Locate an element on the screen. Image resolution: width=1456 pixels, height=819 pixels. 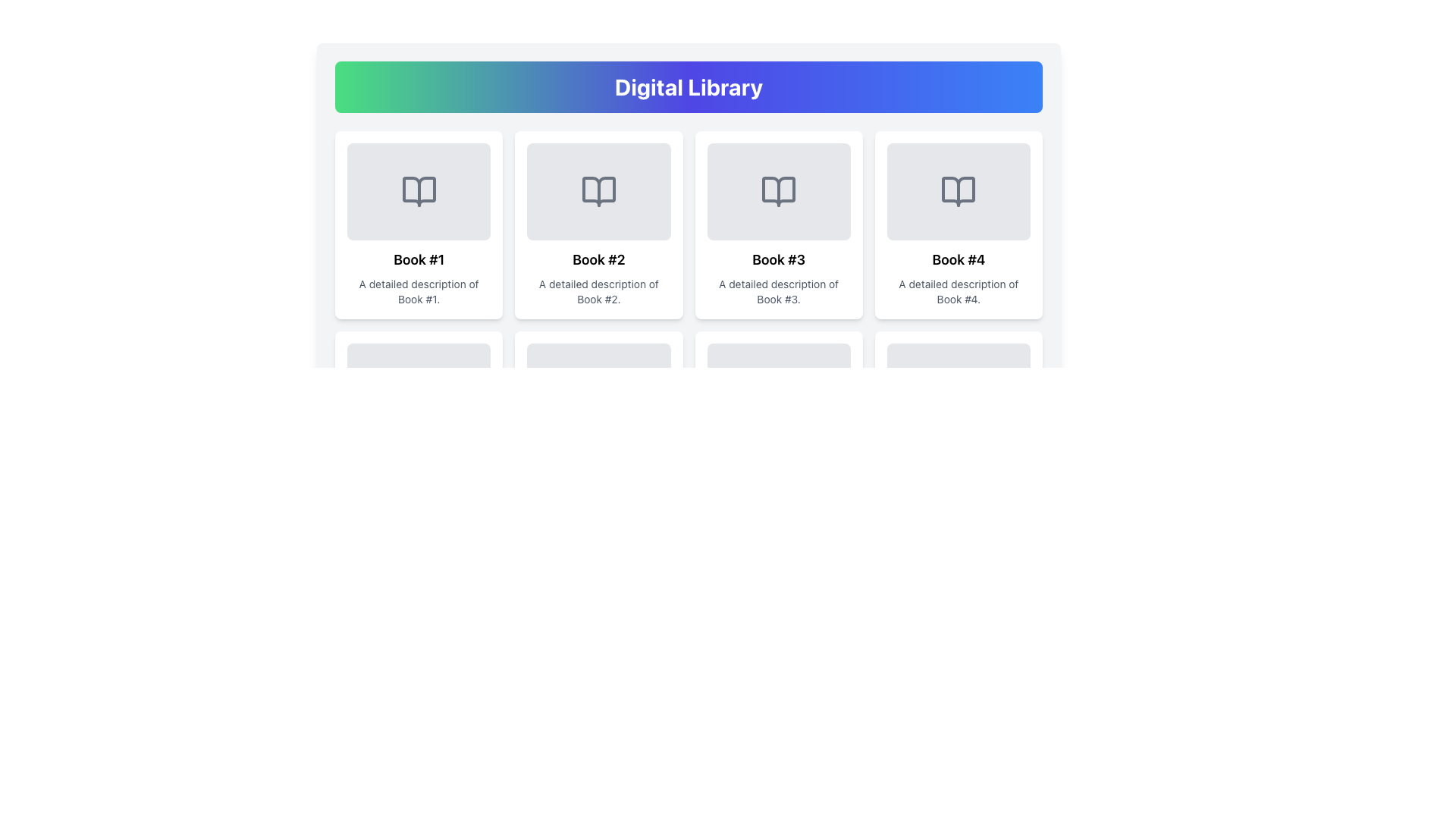
the right-hand page outline of the open book icon in the 'Book #2' card, which is the second card in the first row of the grid is located at coordinates (598, 191).